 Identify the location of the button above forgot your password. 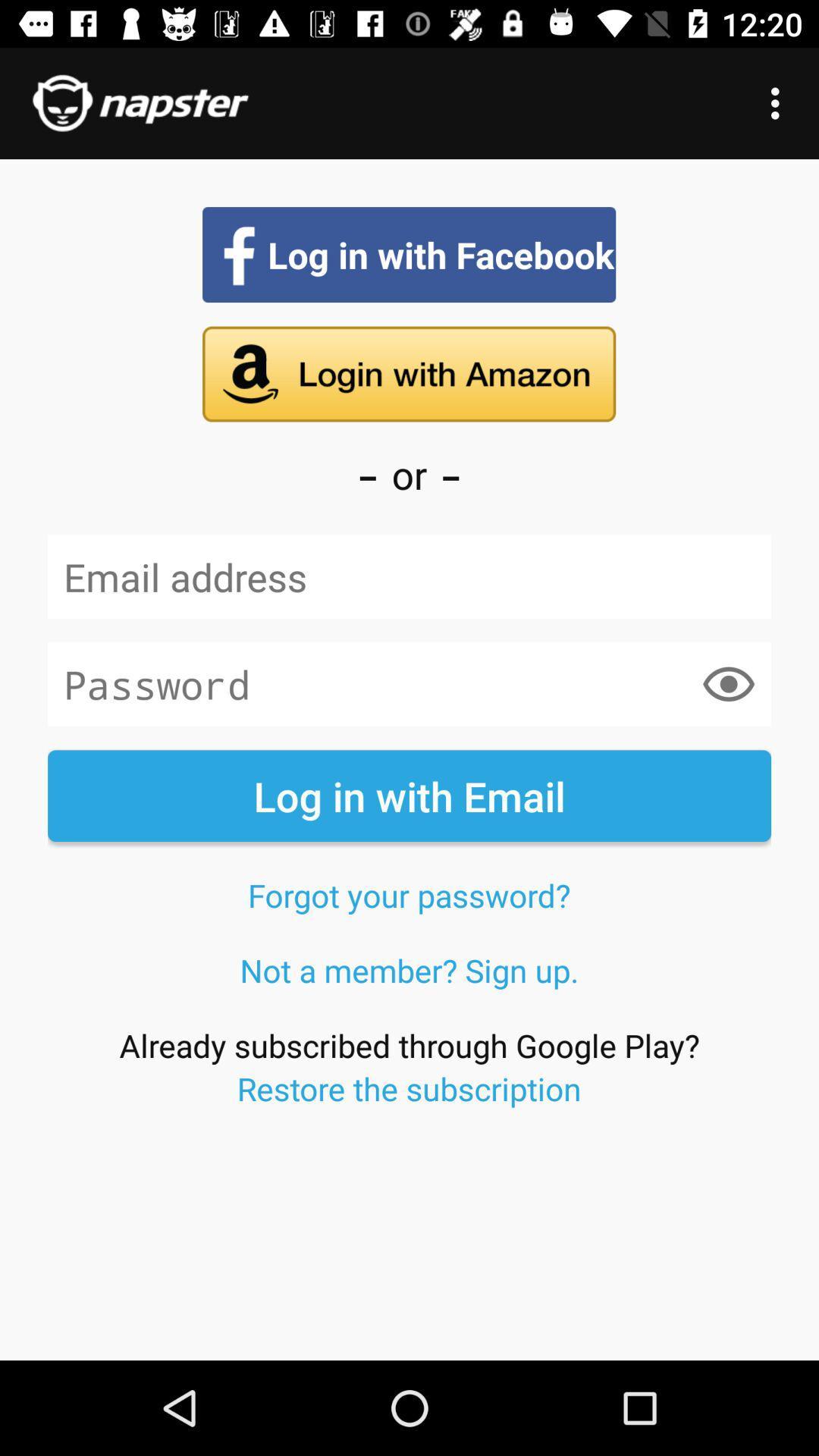
(409, 795).